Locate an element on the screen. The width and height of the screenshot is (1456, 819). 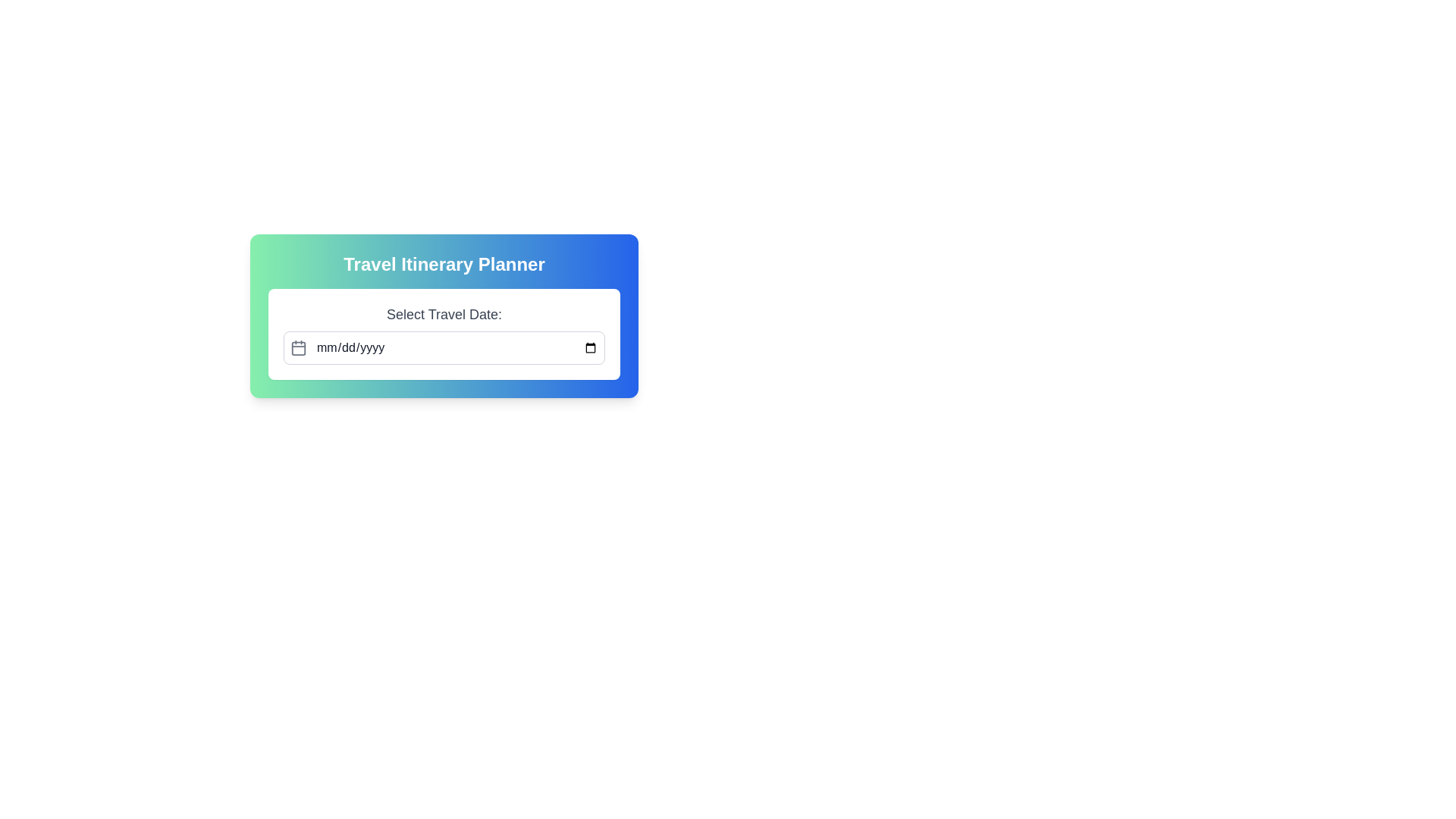
the text label that serves as a descriptor for the date selection field, which is centrally located above the date input field with a calendar icon is located at coordinates (443, 314).